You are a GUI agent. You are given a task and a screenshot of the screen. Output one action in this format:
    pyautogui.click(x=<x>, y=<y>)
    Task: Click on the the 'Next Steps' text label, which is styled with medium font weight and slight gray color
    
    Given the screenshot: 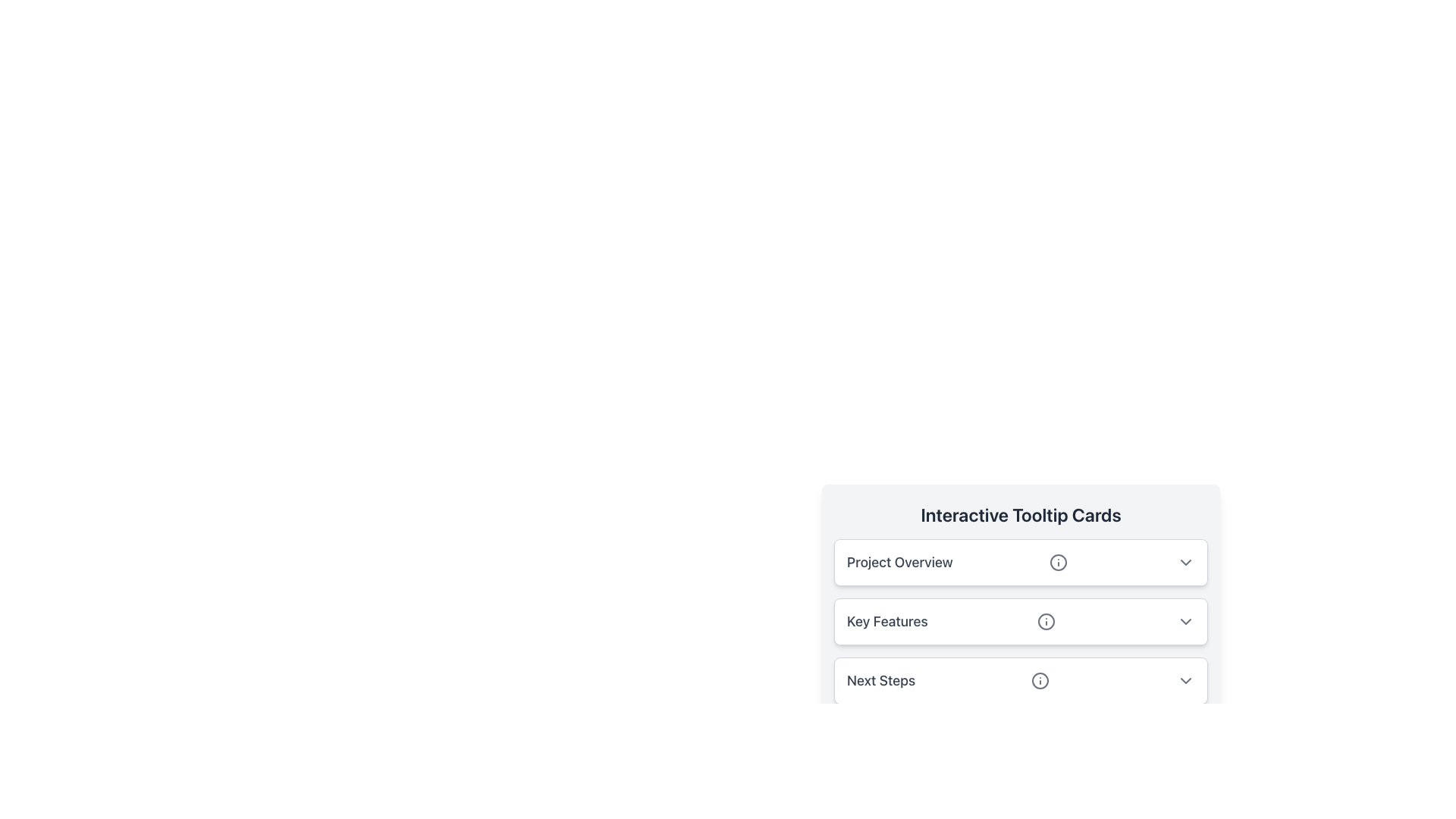 What is the action you would take?
    pyautogui.click(x=880, y=680)
    